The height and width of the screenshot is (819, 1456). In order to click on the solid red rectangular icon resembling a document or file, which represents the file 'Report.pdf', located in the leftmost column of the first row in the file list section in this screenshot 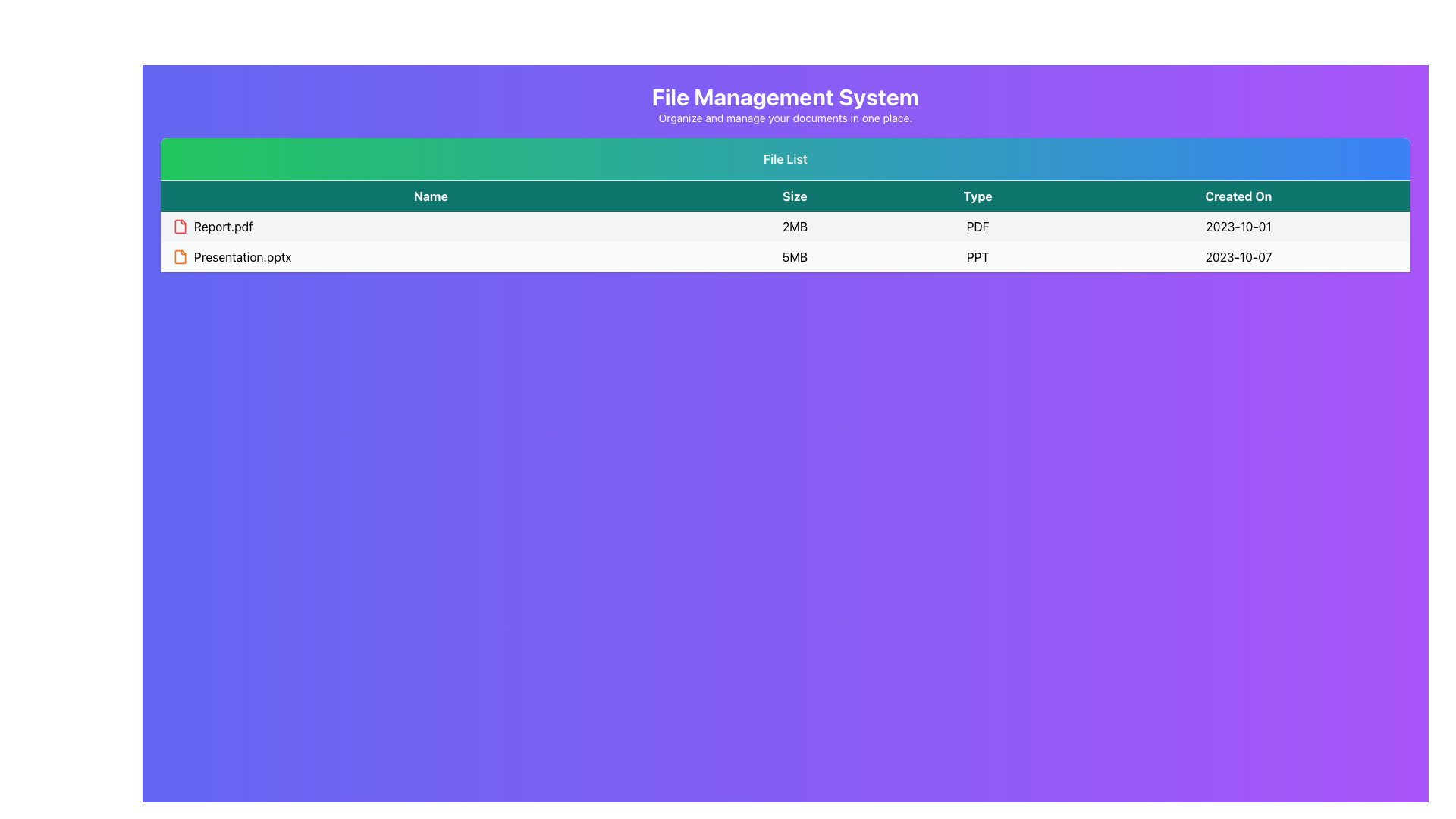, I will do `click(180, 227)`.